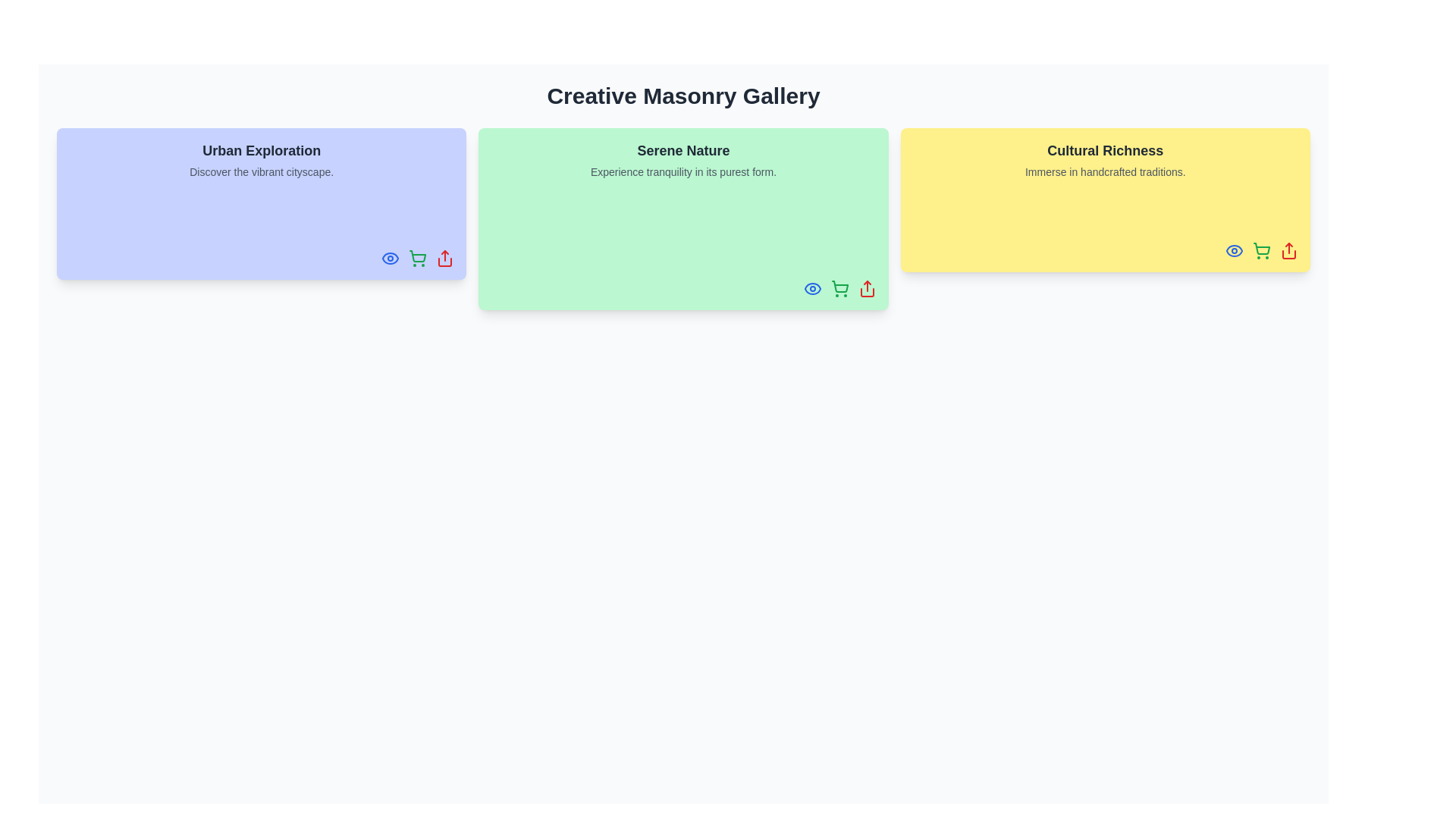 Image resolution: width=1456 pixels, height=819 pixels. Describe the element at coordinates (1288, 253) in the screenshot. I see `the Decorative icon segment located in the bottom-right corner of the 'Cultural Richness' card, which is part of the share icon structure` at that location.